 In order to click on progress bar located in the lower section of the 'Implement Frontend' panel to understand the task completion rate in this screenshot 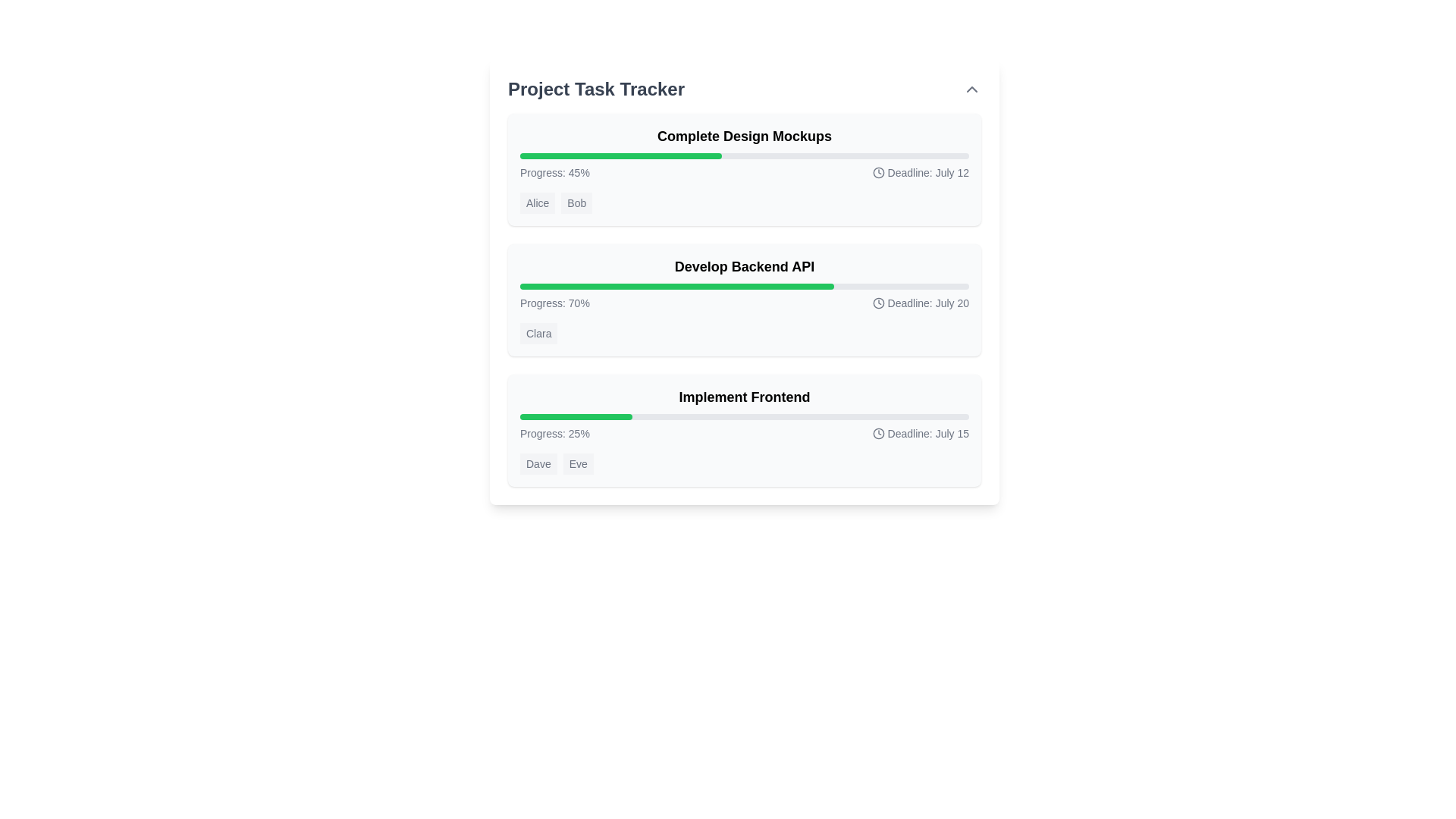, I will do `click(745, 417)`.